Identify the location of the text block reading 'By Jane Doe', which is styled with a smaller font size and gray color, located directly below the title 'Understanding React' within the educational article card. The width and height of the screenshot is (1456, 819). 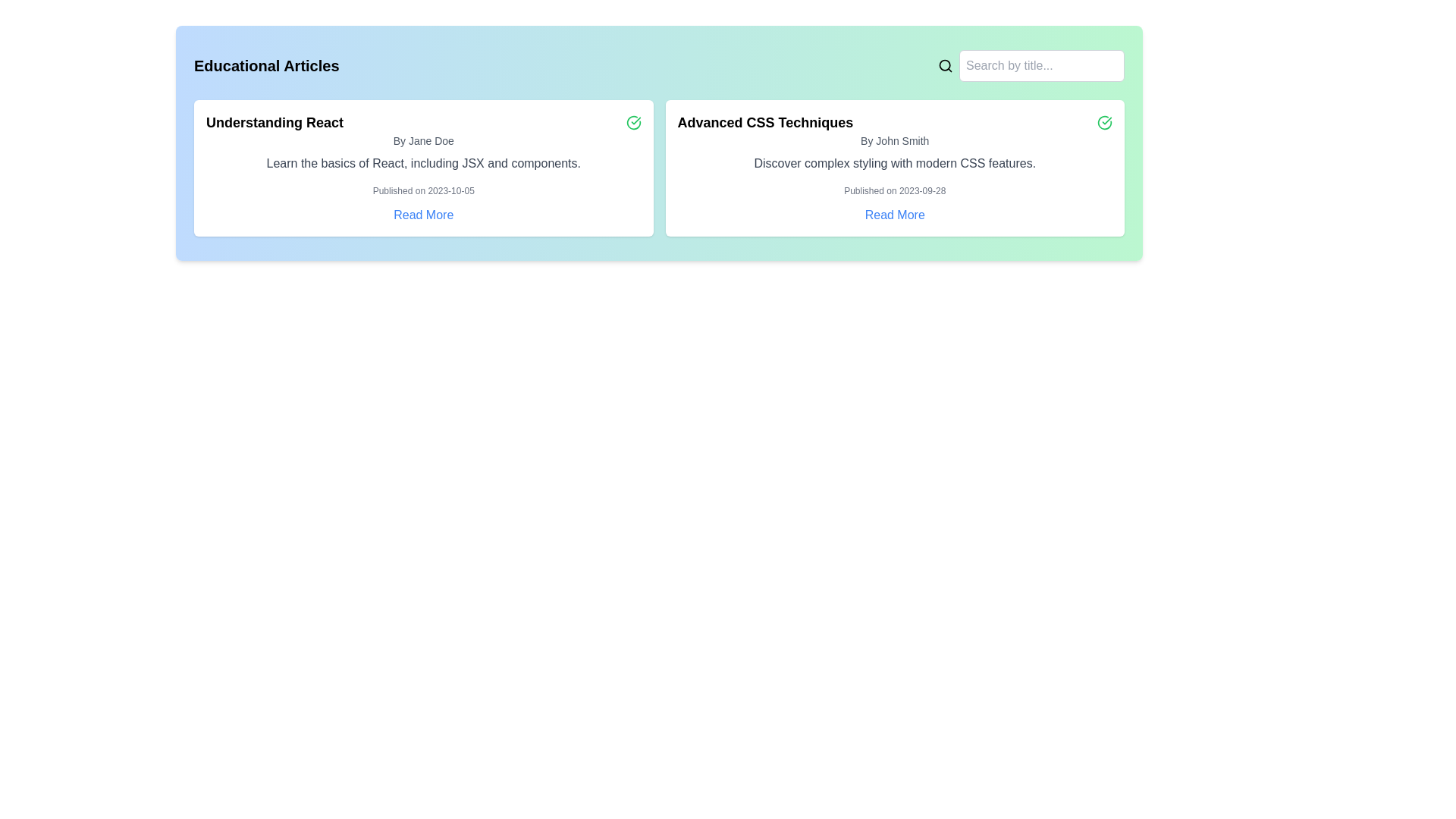
(423, 140).